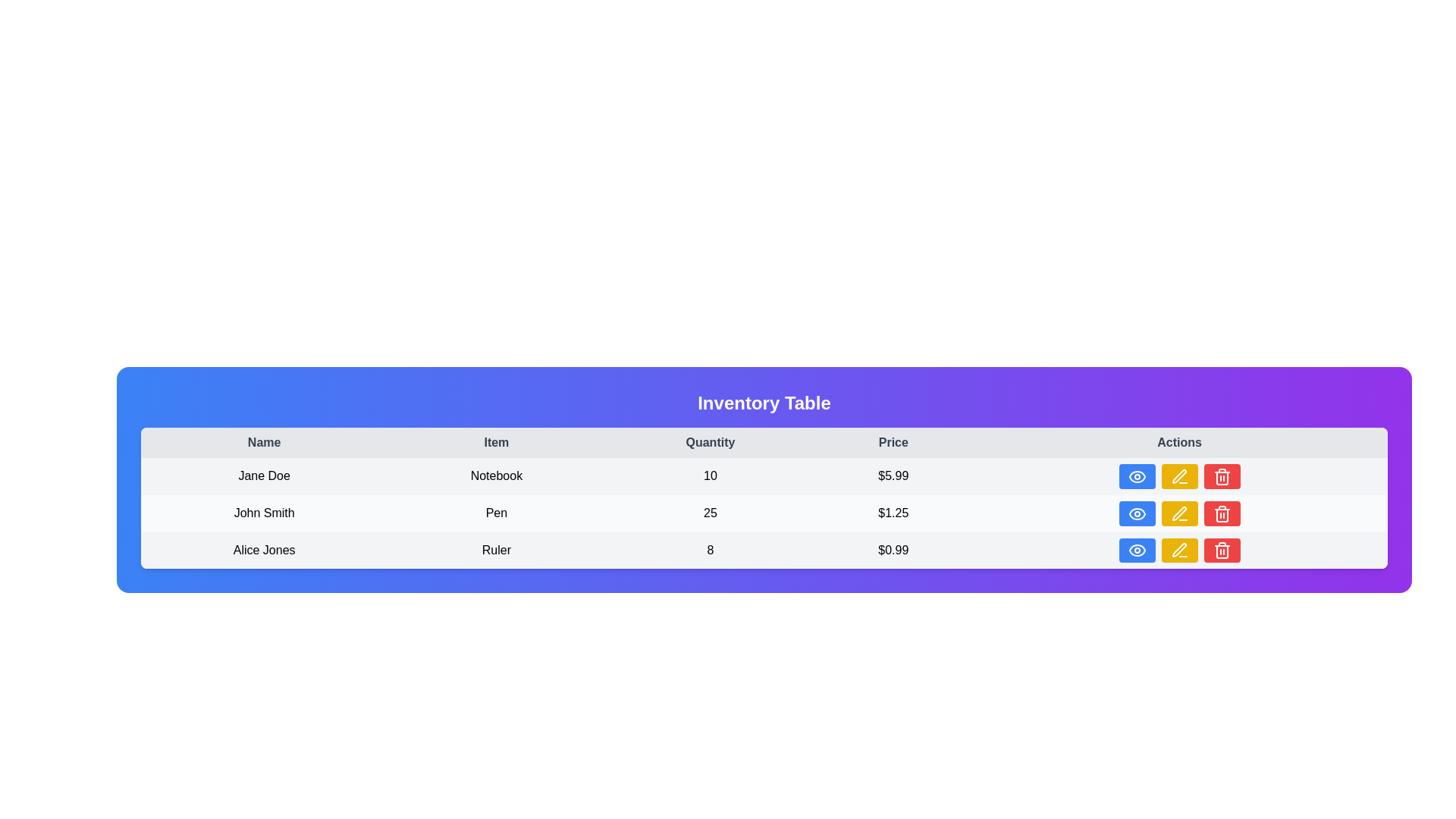 The image size is (1456, 819). Describe the element at coordinates (1137, 475) in the screenshot. I see `the eye-shaped icon within the blue button located in the 'Actions' column of the table for 'John Smith'` at that location.